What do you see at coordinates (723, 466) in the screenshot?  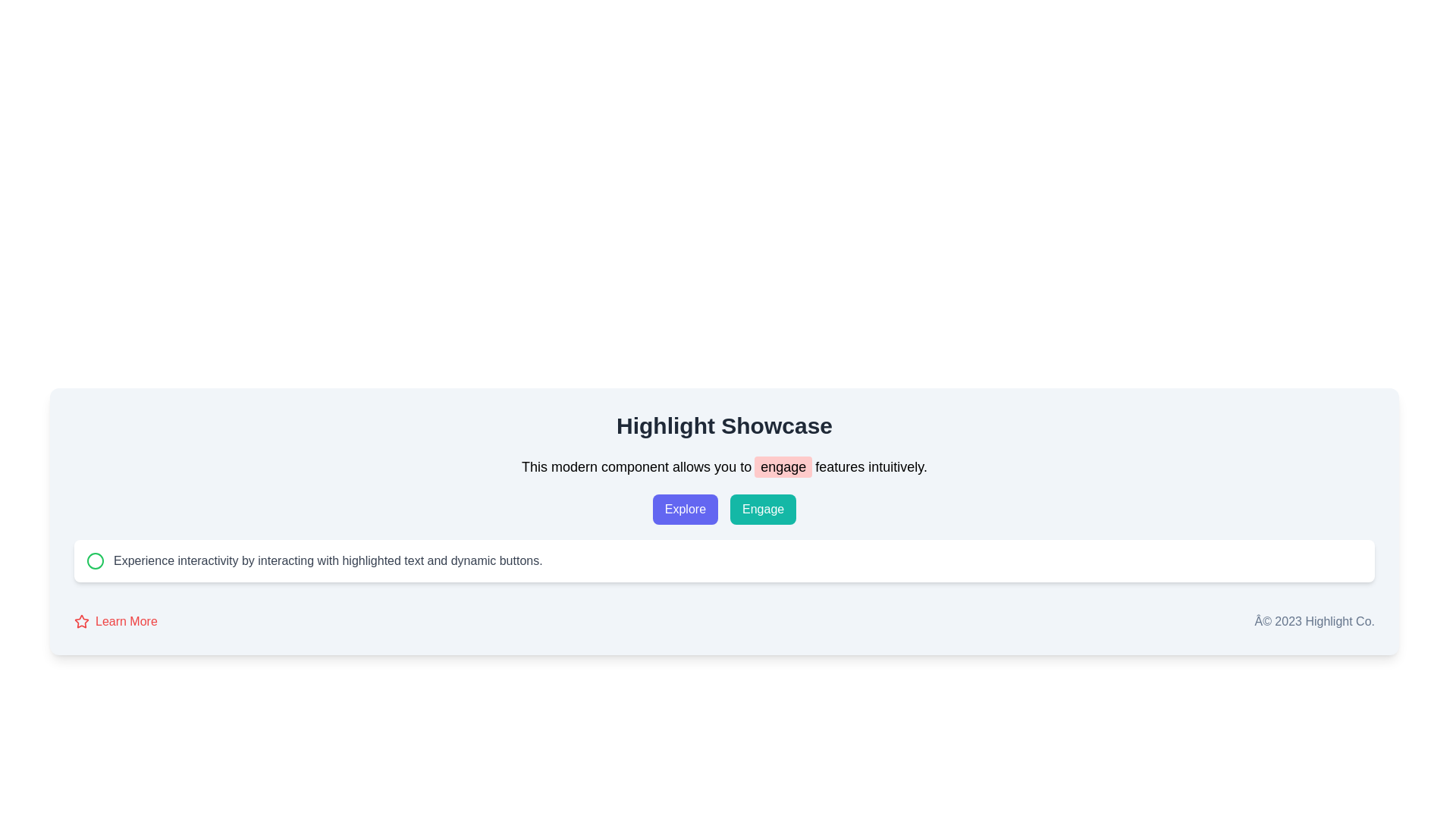 I see `the text that reads 'This modern component allows you to engage features intuitively', located underneath the title 'Highlight Showcase'` at bounding box center [723, 466].